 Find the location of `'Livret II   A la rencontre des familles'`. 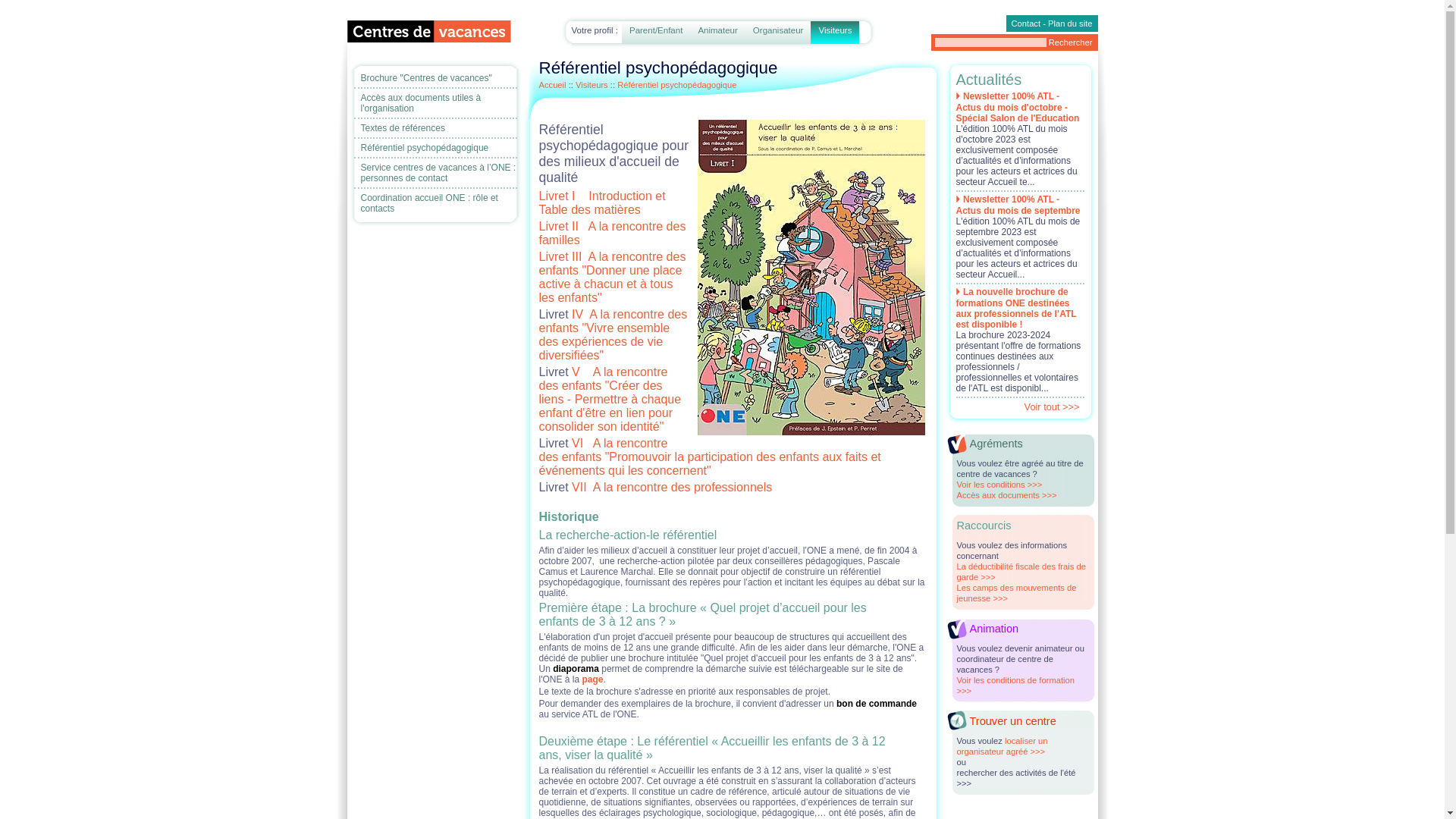

'Livret II   A la rencontre des familles' is located at coordinates (611, 233).